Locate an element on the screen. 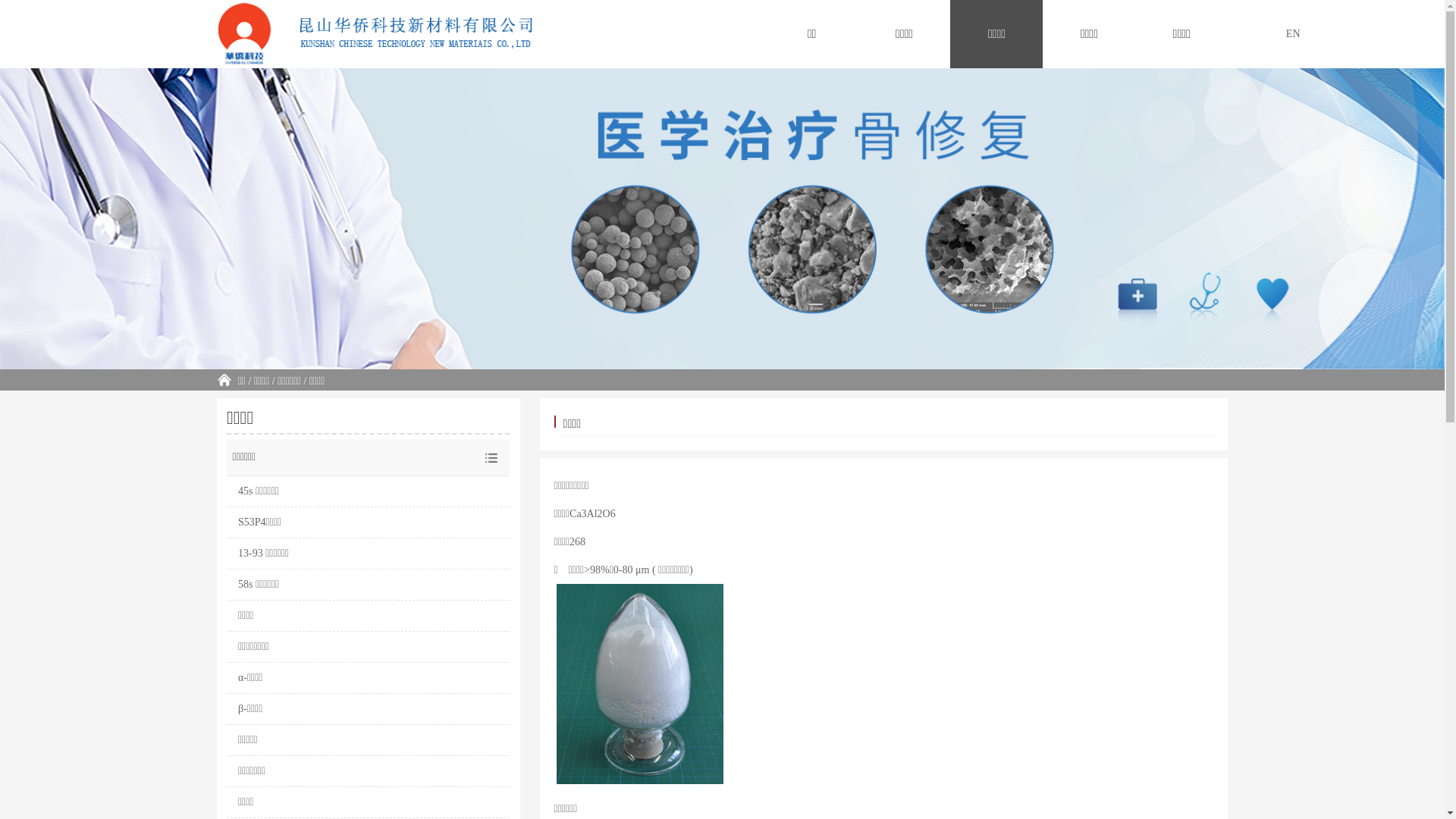  'EN' is located at coordinates (1292, 34).